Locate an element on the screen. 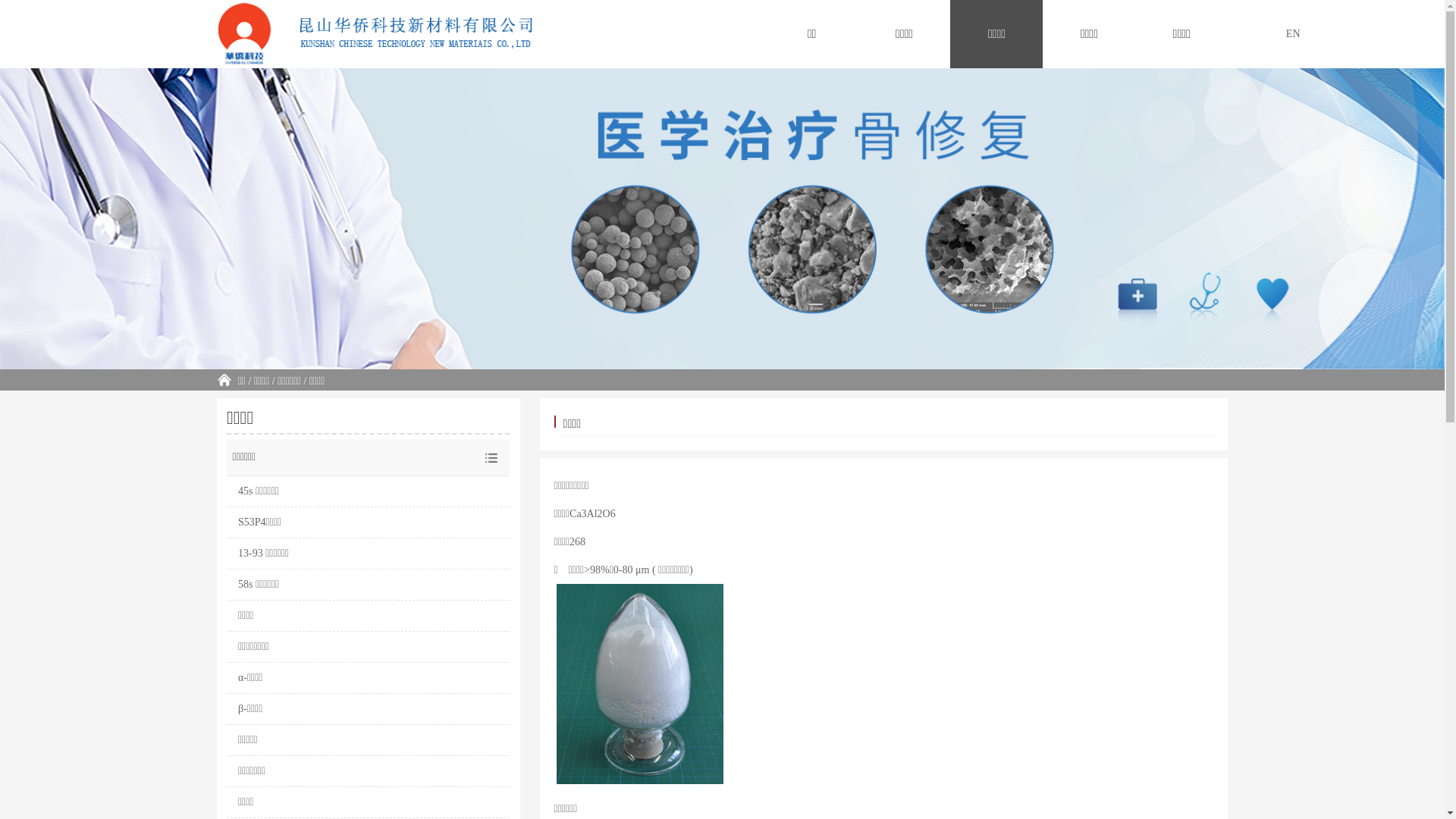  'EN' is located at coordinates (1292, 34).